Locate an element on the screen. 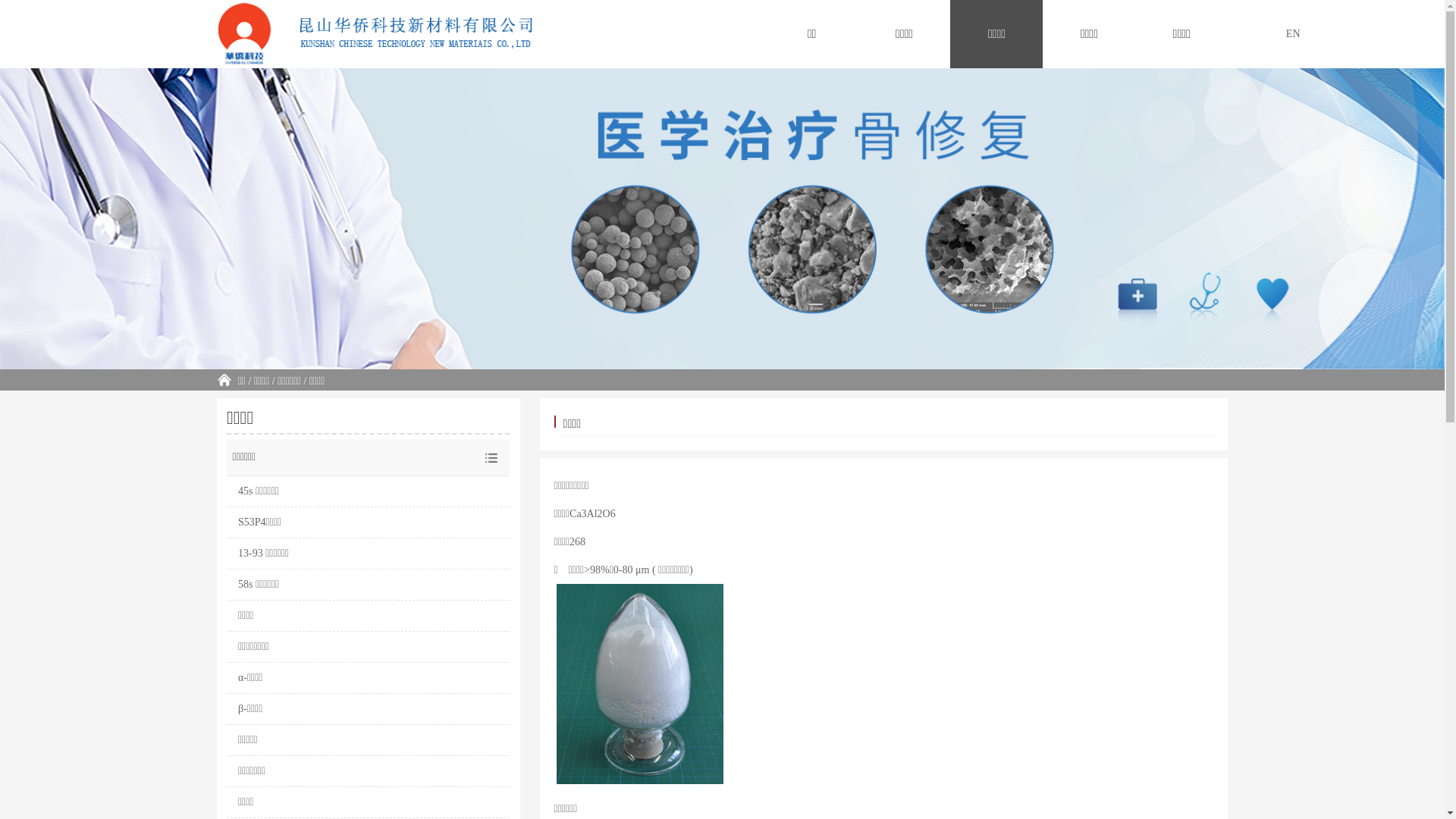  'EN' is located at coordinates (1292, 34).